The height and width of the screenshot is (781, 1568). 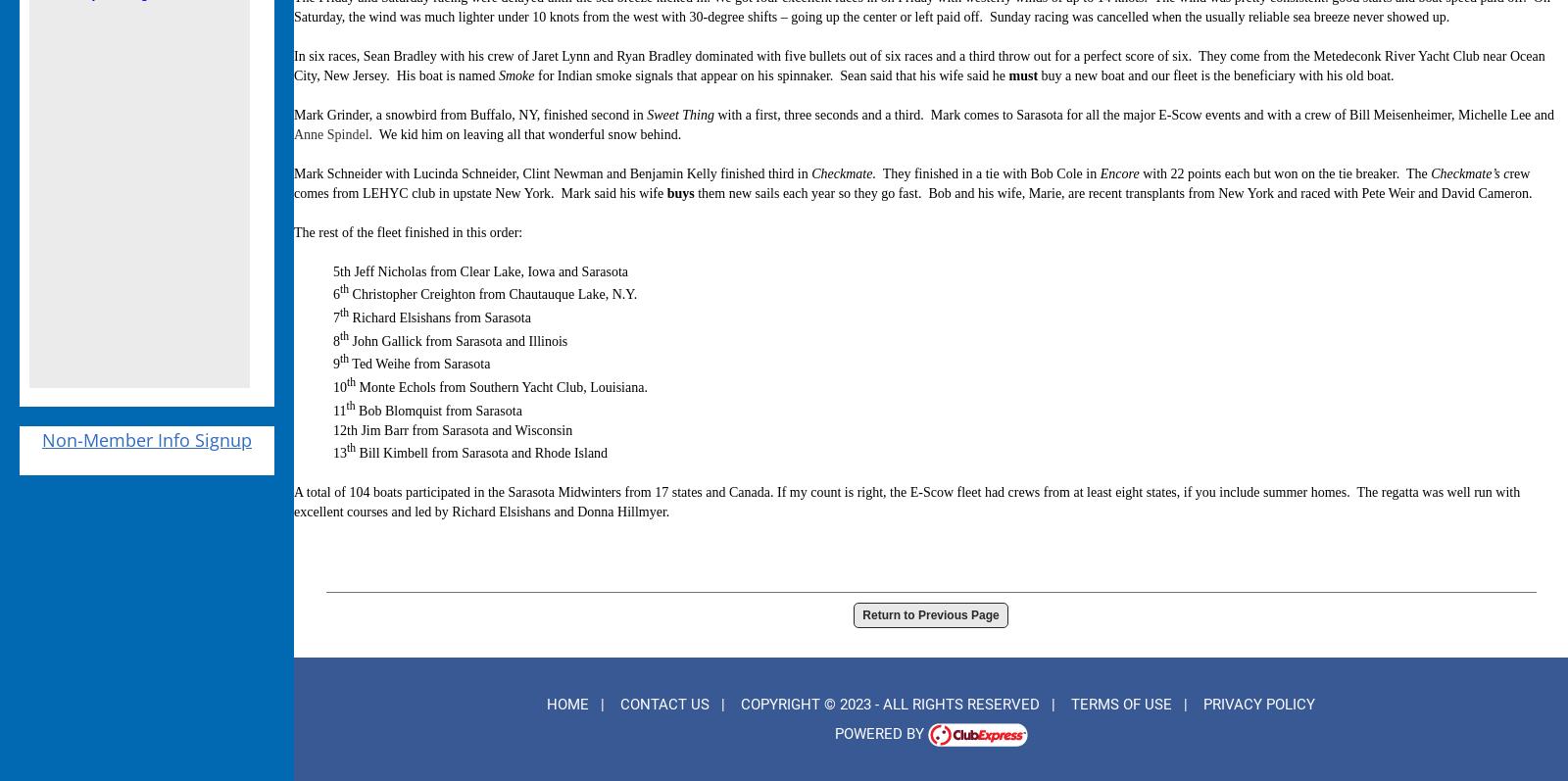 What do you see at coordinates (929, 614) in the screenshot?
I see `'Return to Previous Page'` at bounding box center [929, 614].